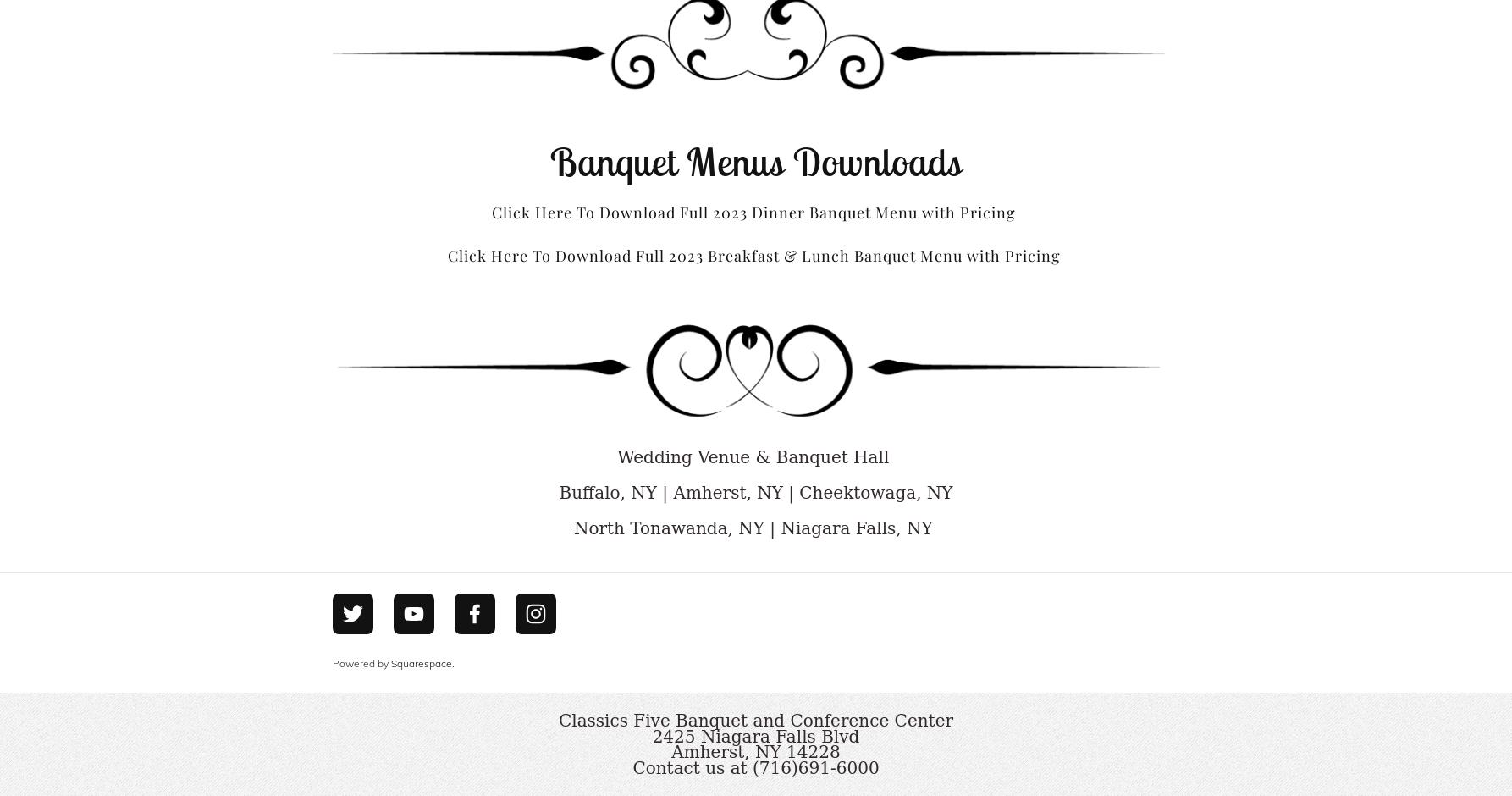 Image resolution: width=1512 pixels, height=796 pixels. I want to click on 'North Tonawanda, NY | Niagara Falls, NY', so click(754, 527).